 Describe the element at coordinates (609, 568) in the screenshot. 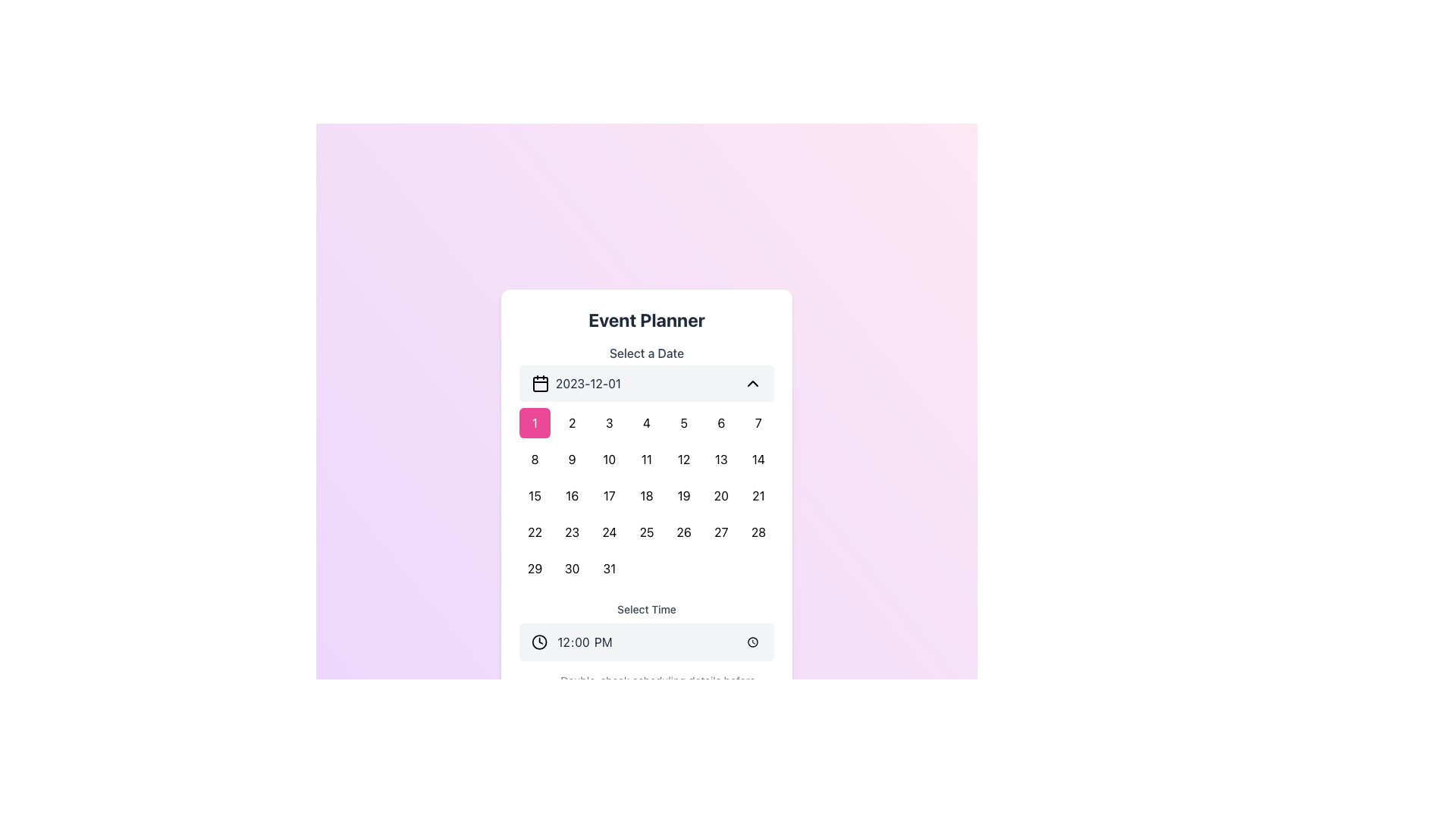

I see `the button used` at that location.